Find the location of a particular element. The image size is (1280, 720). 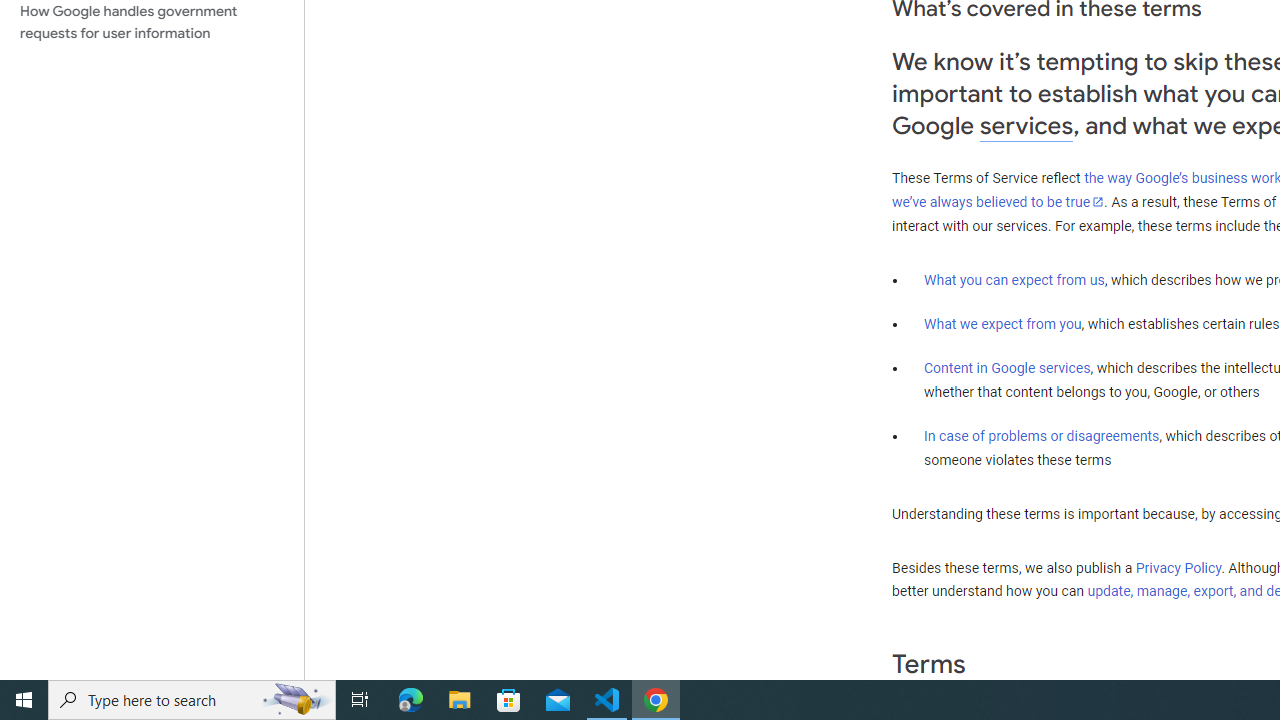

'In case of problems or disagreements' is located at coordinates (1040, 434).